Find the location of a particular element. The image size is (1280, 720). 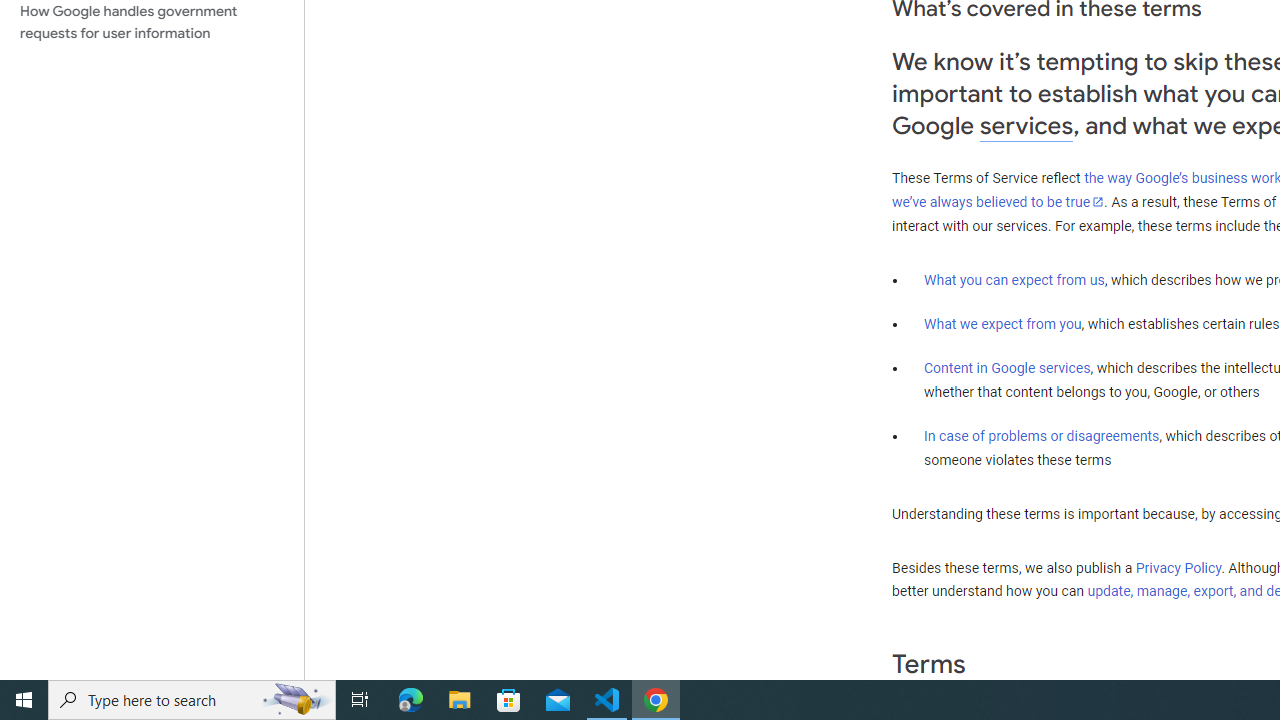

'In case of problems or disagreements' is located at coordinates (1040, 434).